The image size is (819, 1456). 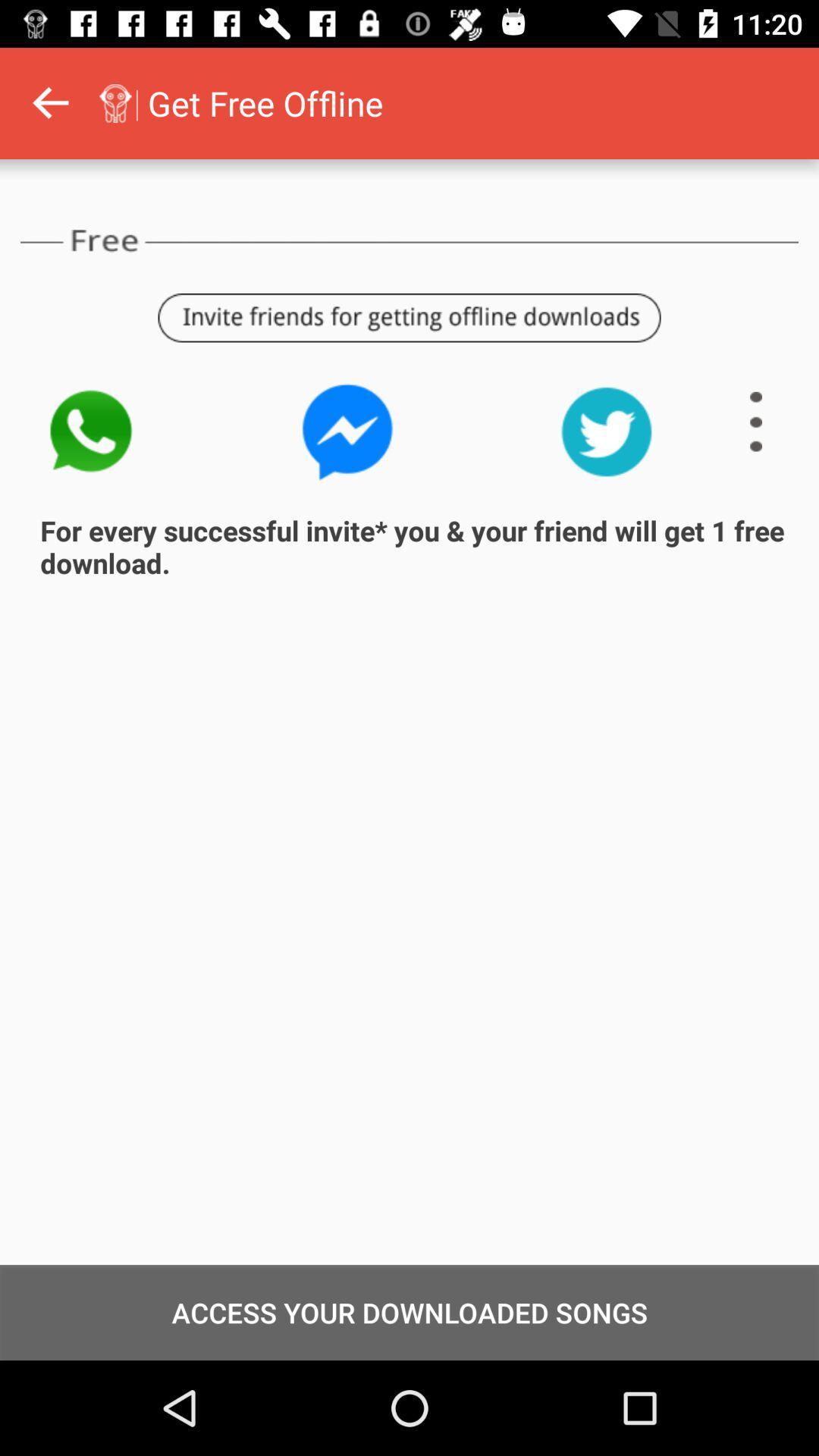 I want to click on the item above the for every successful item, so click(x=756, y=422).